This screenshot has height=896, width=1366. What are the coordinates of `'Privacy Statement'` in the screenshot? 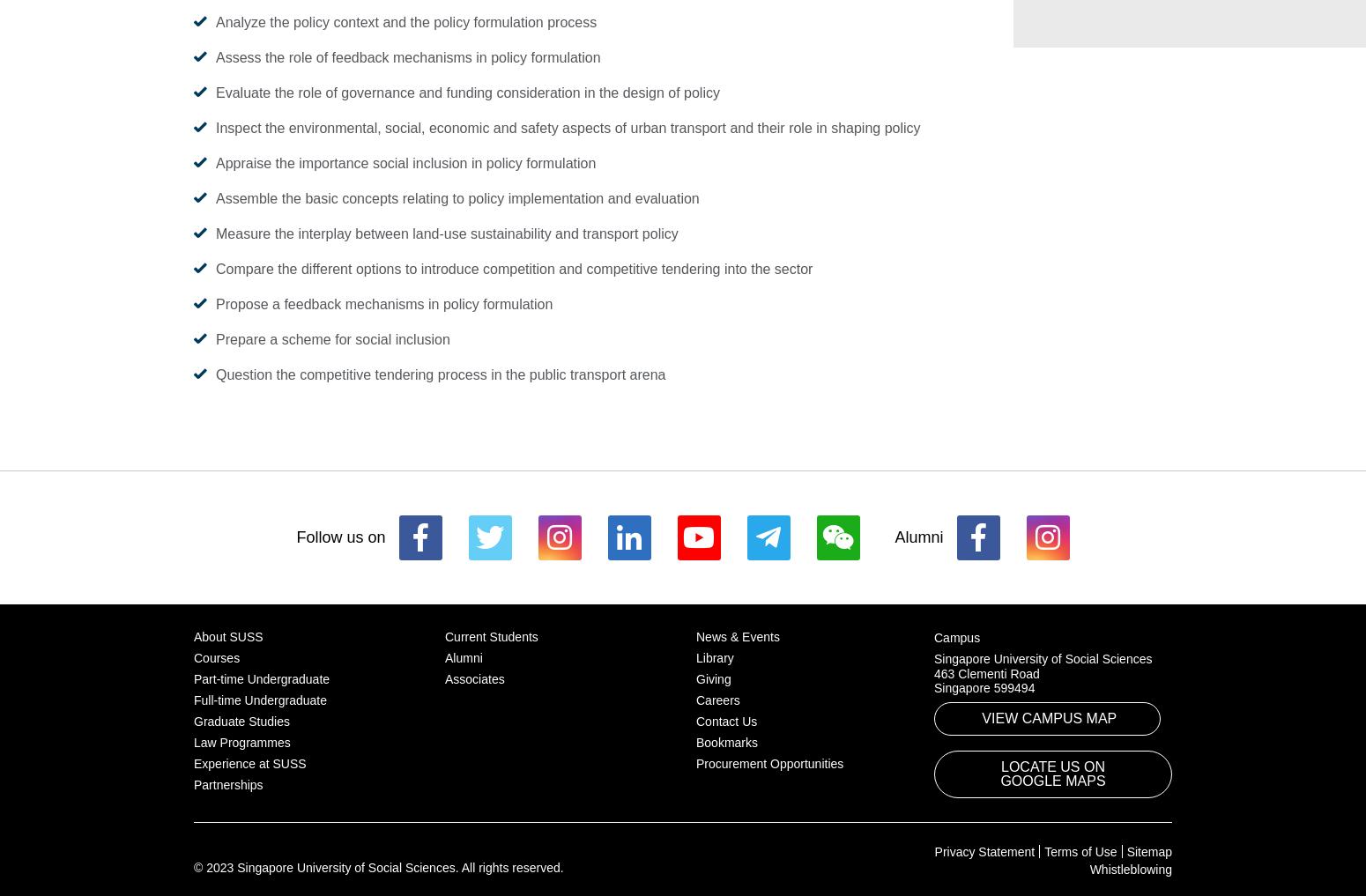 It's located at (983, 851).